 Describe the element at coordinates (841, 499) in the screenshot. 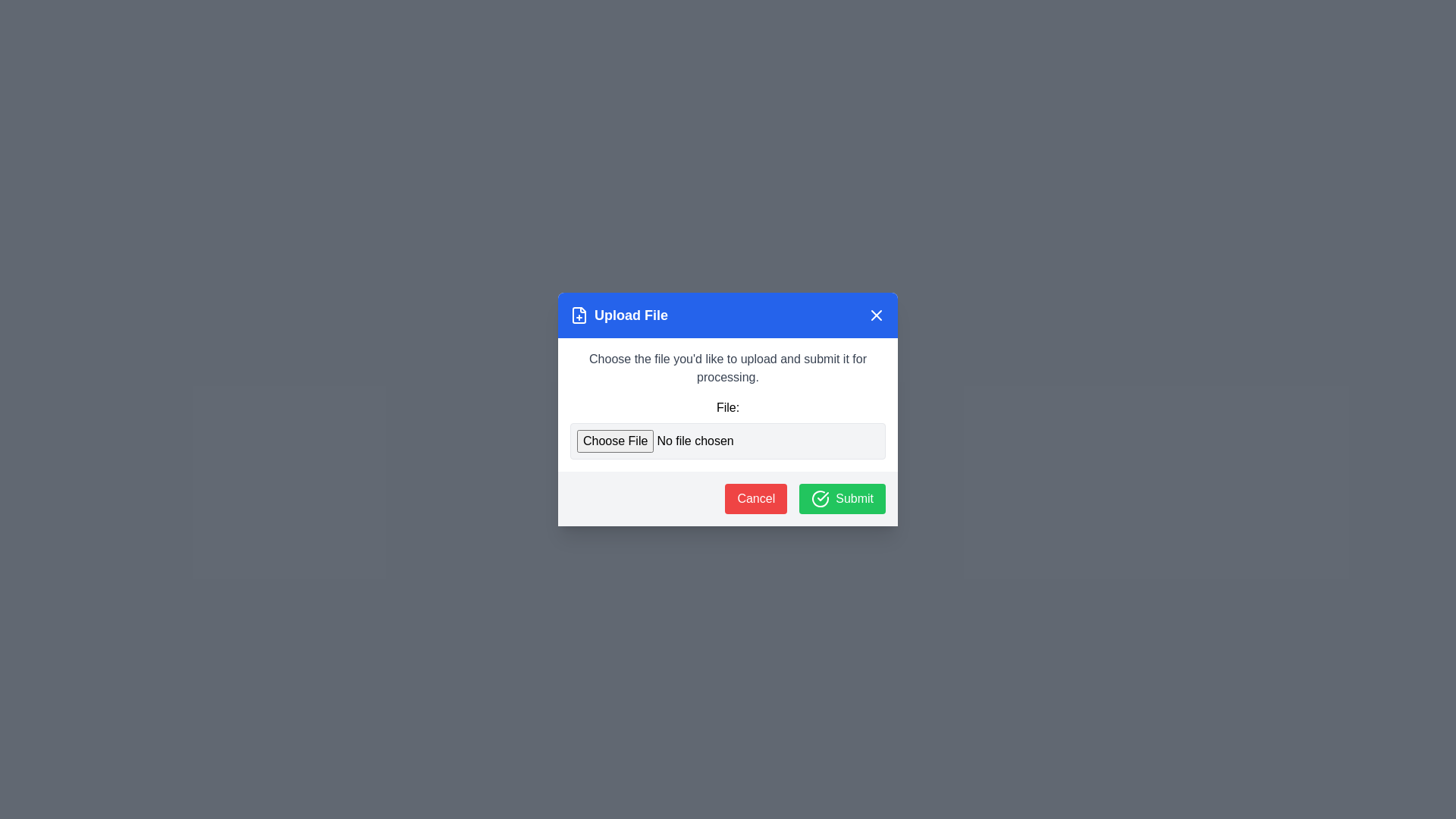

I see `the Submit button to observe visual feedback` at that location.